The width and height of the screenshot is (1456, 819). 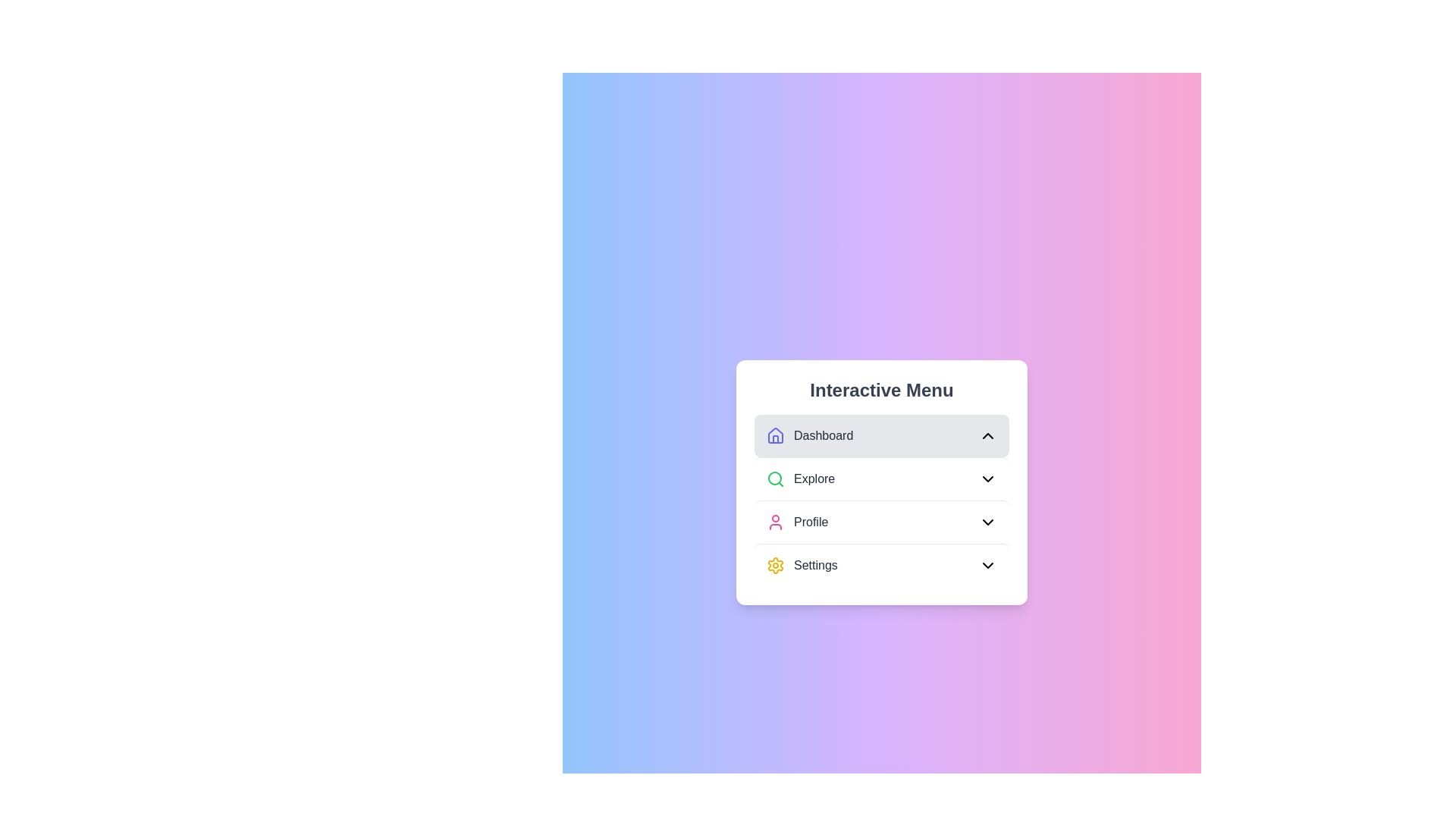 What do you see at coordinates (775, 435) in the screenshot?
I see `the icon of the menu item Dashboard for inspection` at bounding box center [775, 435].